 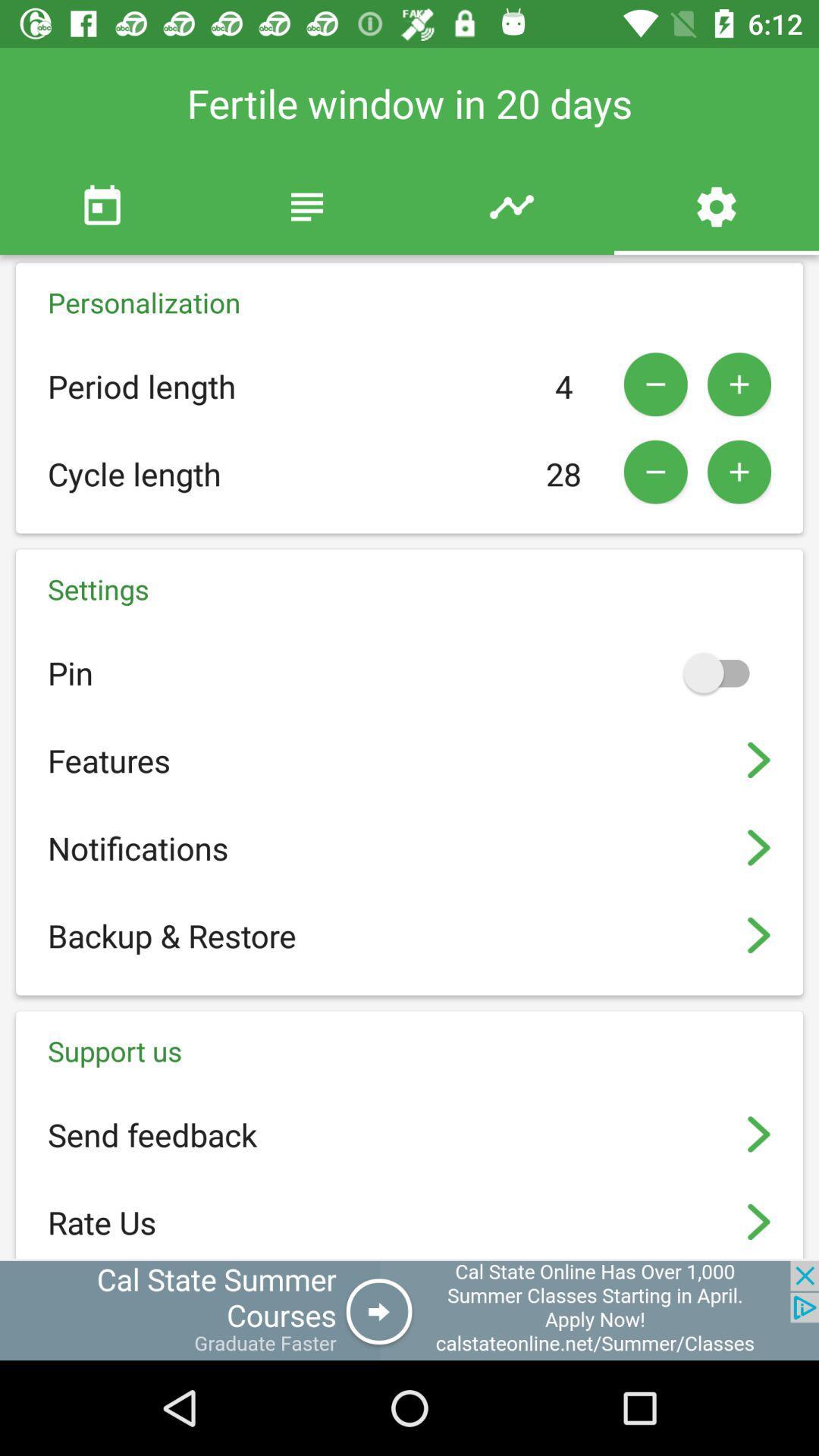 What do you see at coordinates (409, 1310) in the screenshot?
I see `advertisement` at bounding box center [409, 1310].